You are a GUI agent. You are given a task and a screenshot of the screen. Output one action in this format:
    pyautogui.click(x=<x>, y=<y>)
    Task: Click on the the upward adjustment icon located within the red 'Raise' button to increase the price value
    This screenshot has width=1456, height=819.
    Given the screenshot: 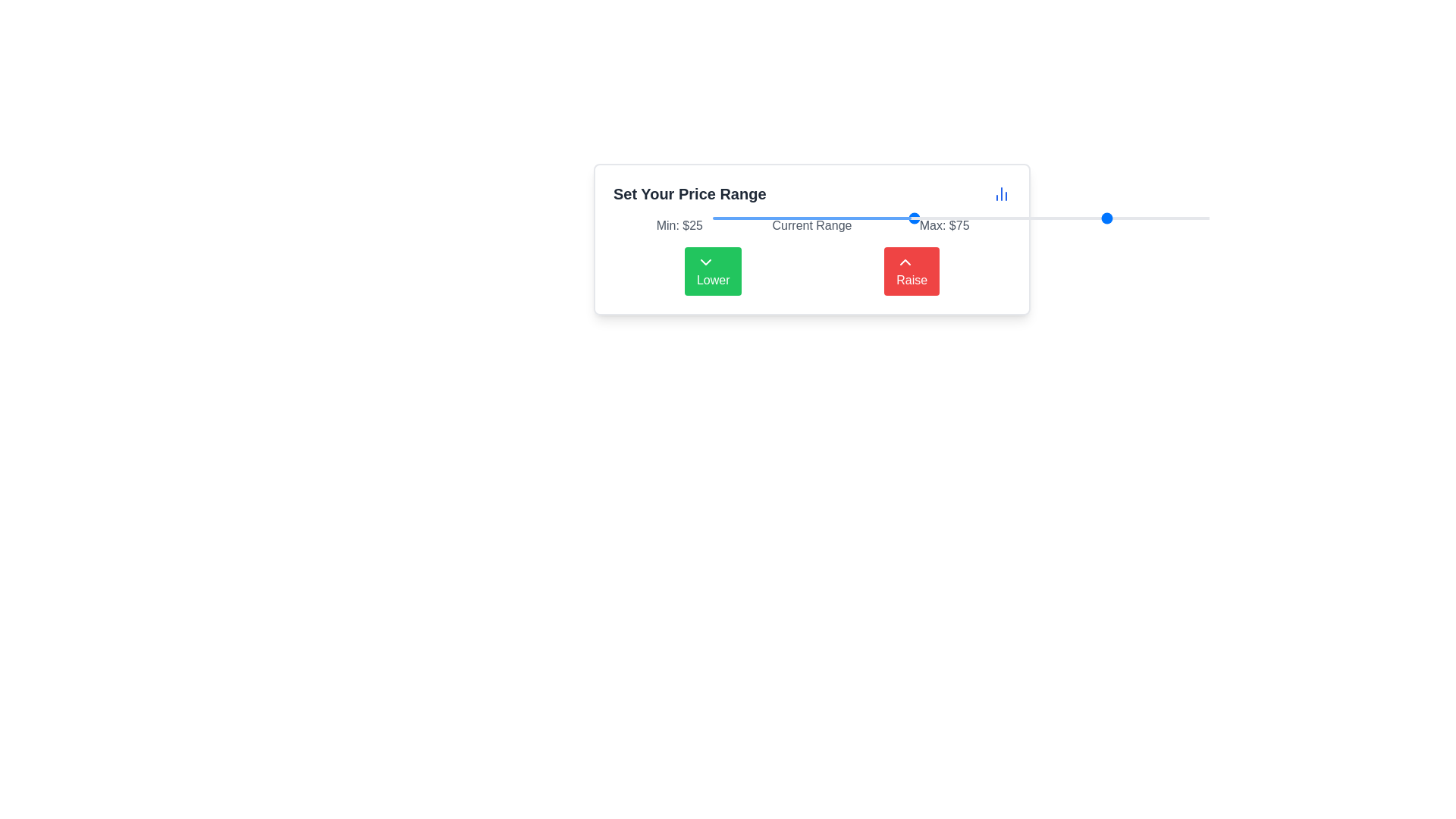 What is the action you would take?
    pyautogui.click(x=905, y=262)
    